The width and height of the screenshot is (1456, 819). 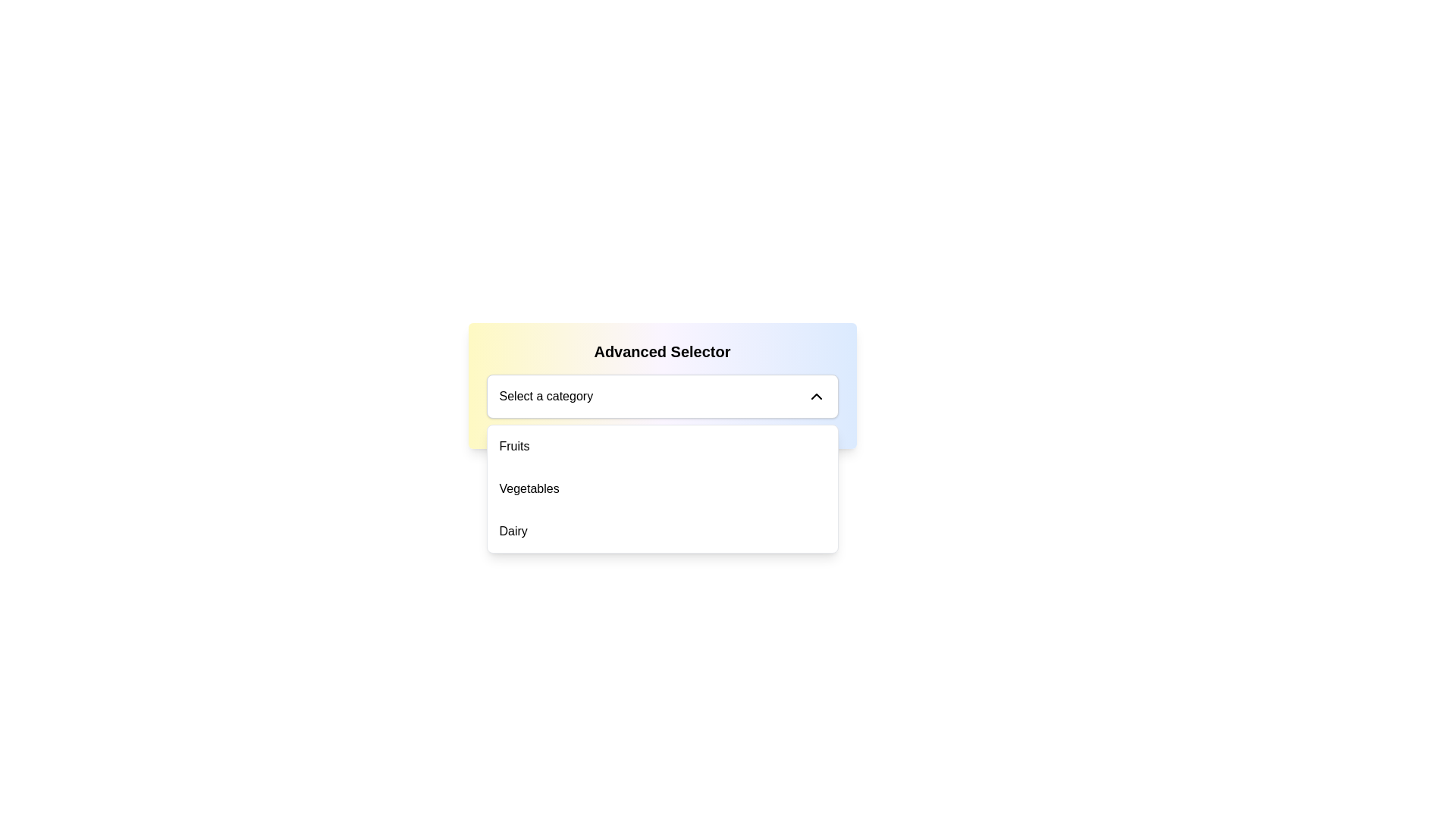 What do you see at coordinates (529, 488) in the screenshot?
I see `the 'Vegetables' text label in the dropdown menu under 'Advanced Selector'` at bounding box center [529, 488].